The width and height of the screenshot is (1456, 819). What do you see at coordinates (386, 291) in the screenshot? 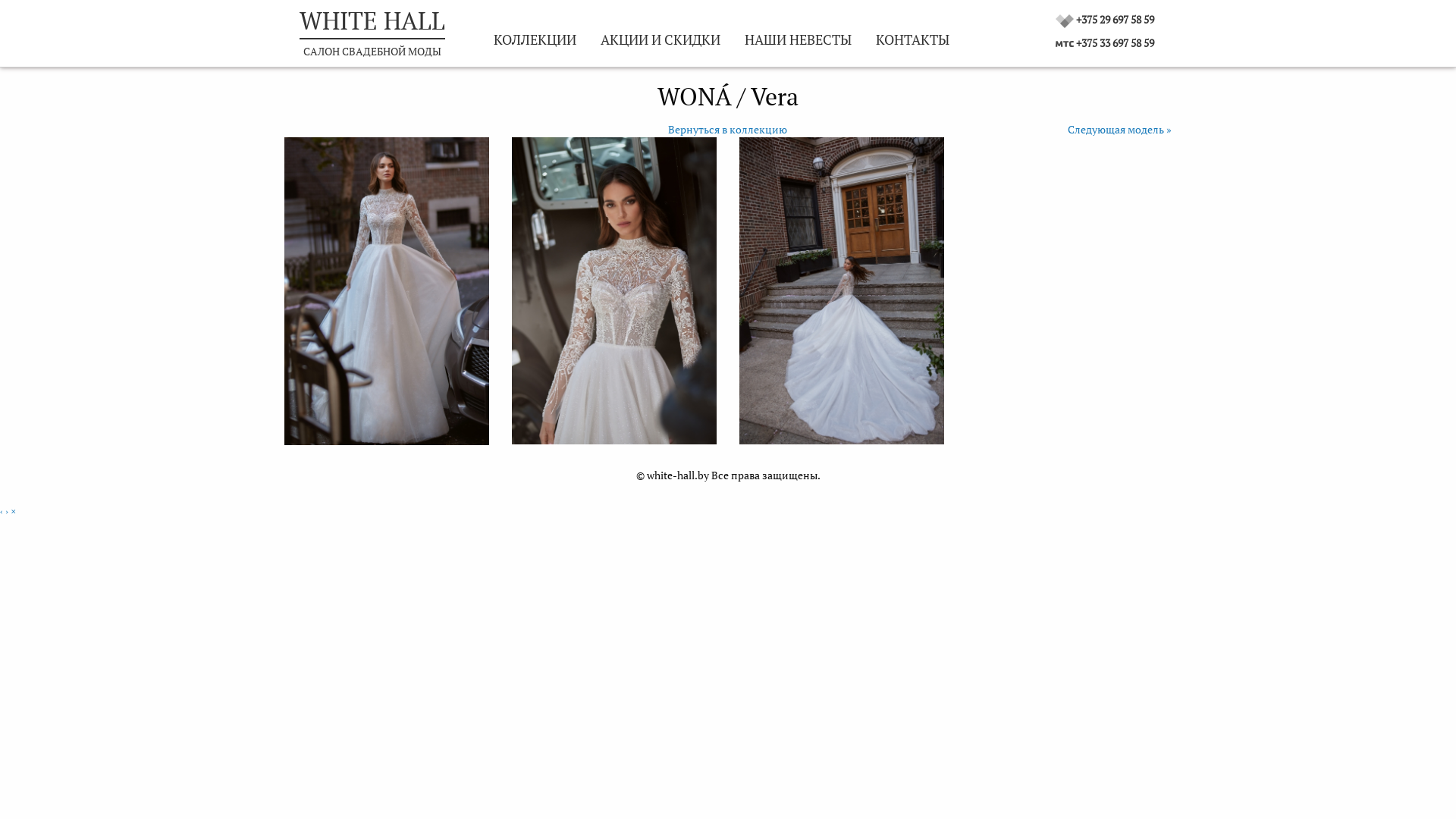
I see `'Vera'` at bounding box center [386, 291].